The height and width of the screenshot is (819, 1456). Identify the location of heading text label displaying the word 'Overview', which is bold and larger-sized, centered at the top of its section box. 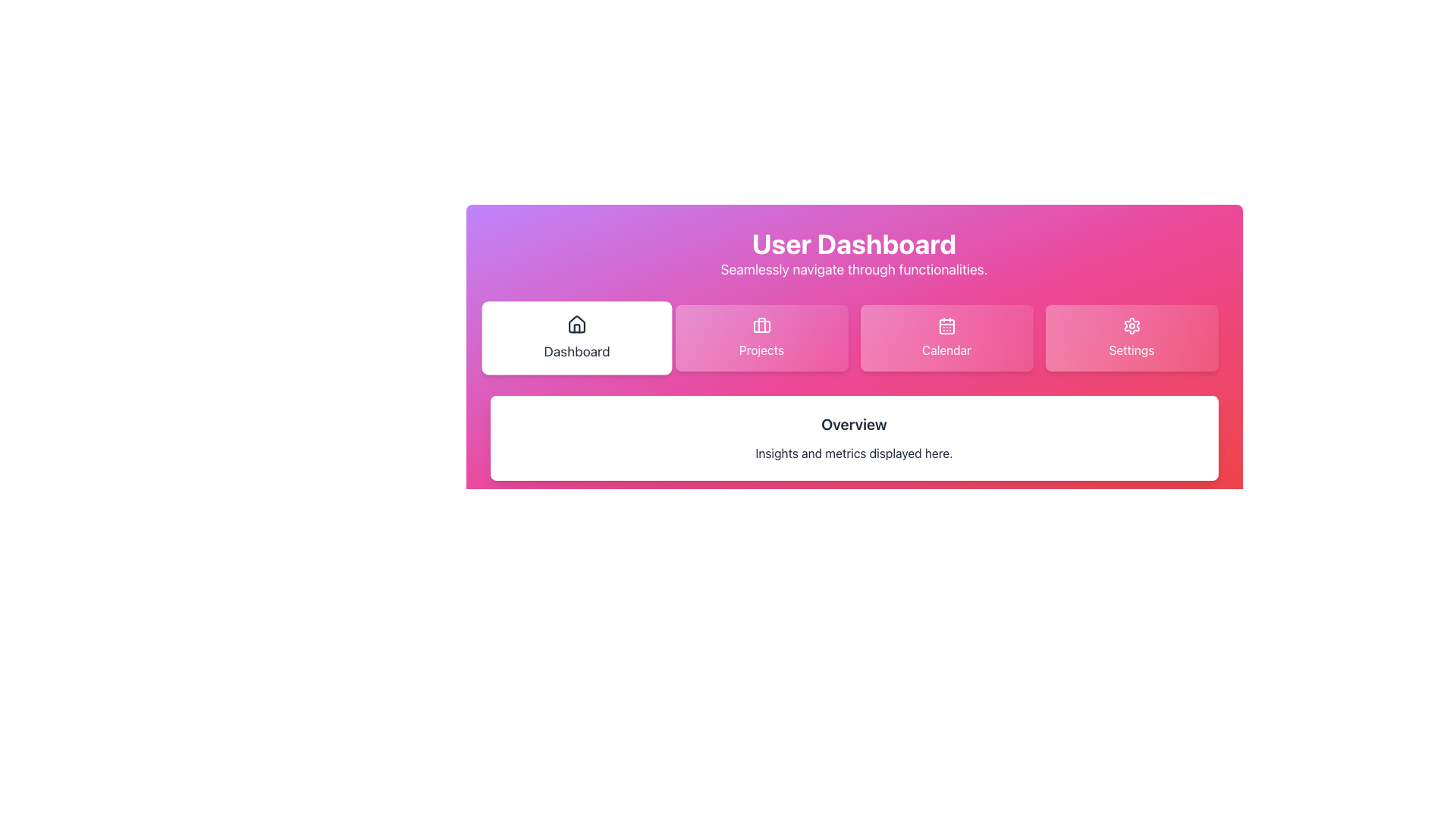
(854, 424).